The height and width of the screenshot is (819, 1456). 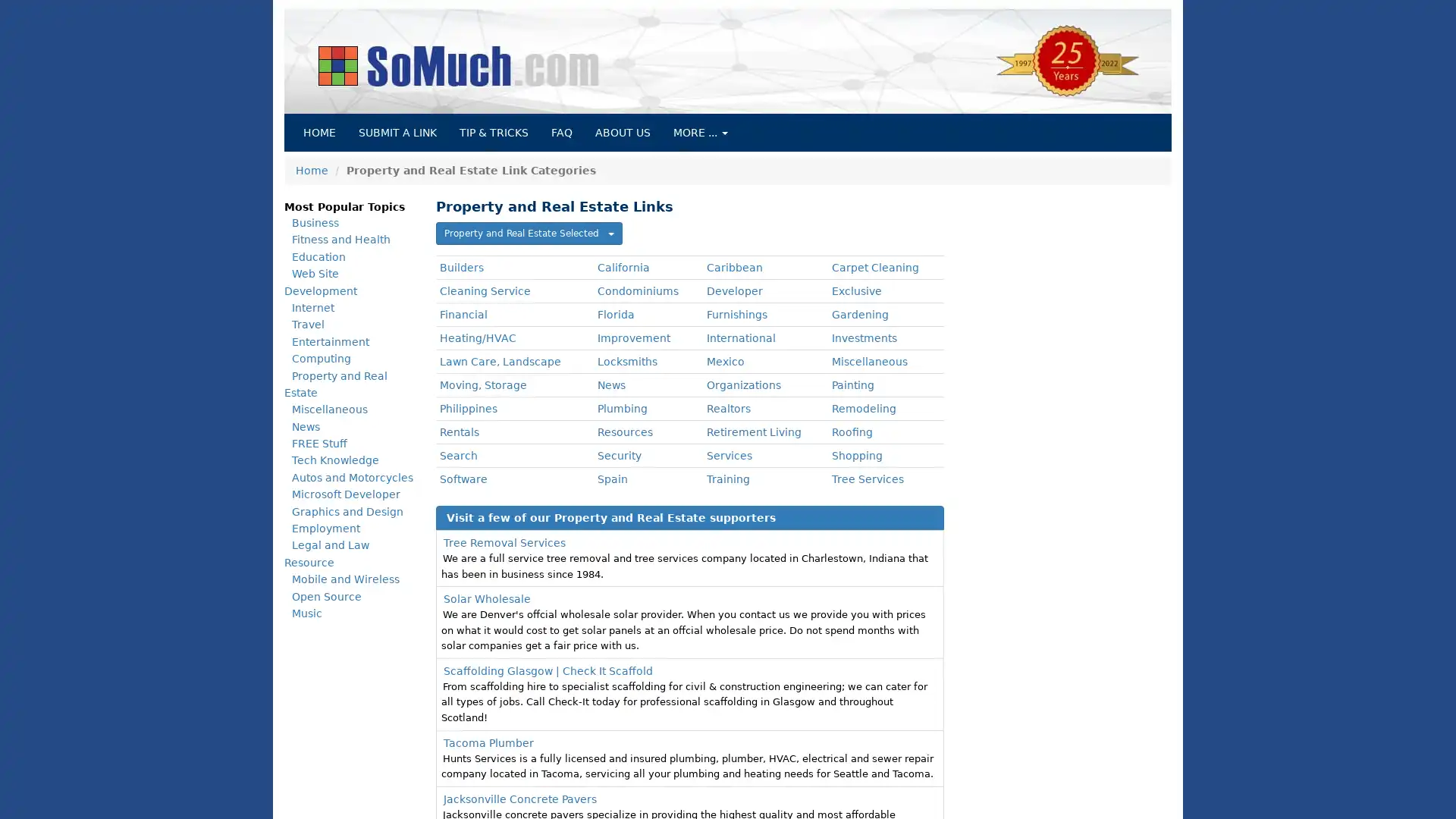 I want to click on Property and Real Estate Selected, so click(x=529, y=234).